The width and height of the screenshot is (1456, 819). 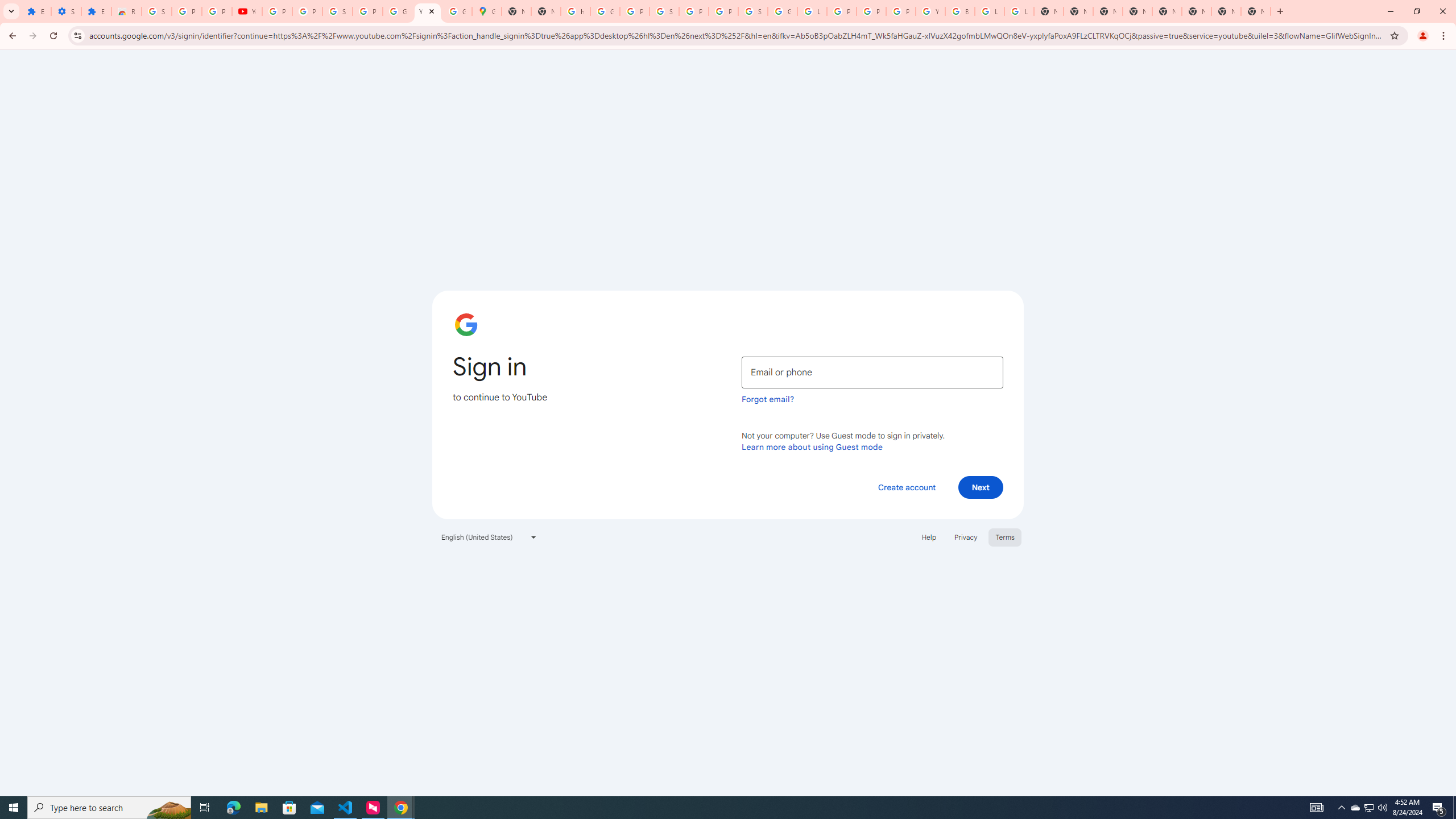 I want to click on 'Extensions', so click(x=36, y=11).